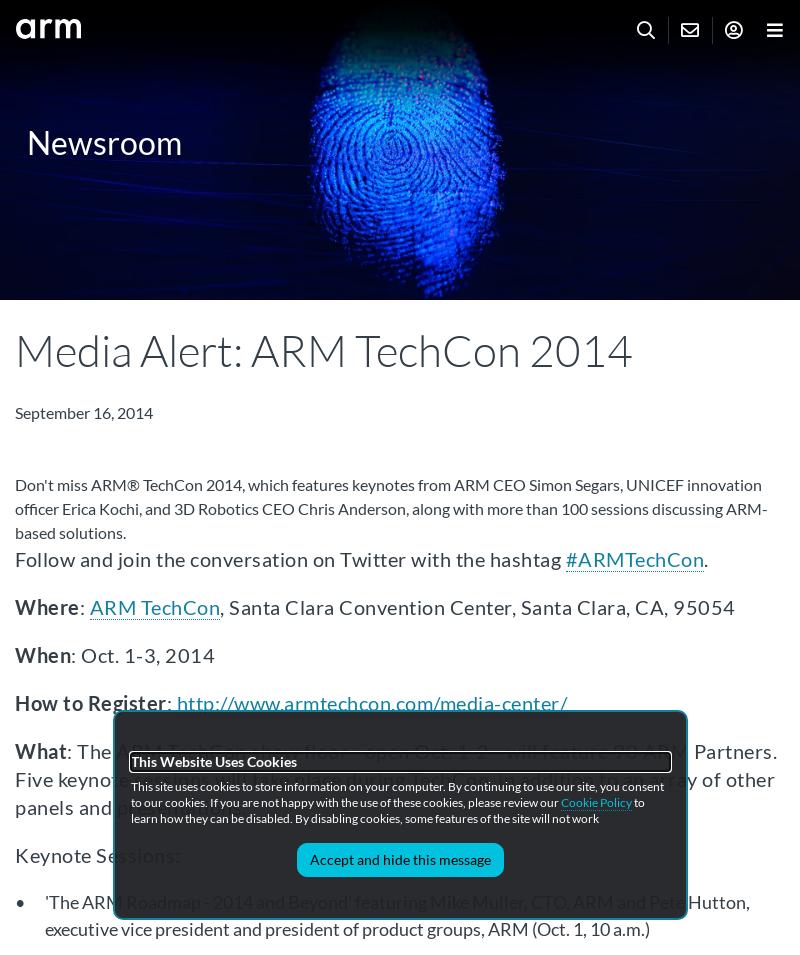 This screenshot has height=955, width=800. Describe the element at coordinates (323, 349) in the screenshot. I see `'Media Alert: ARM TechCon 2014'` at that location.